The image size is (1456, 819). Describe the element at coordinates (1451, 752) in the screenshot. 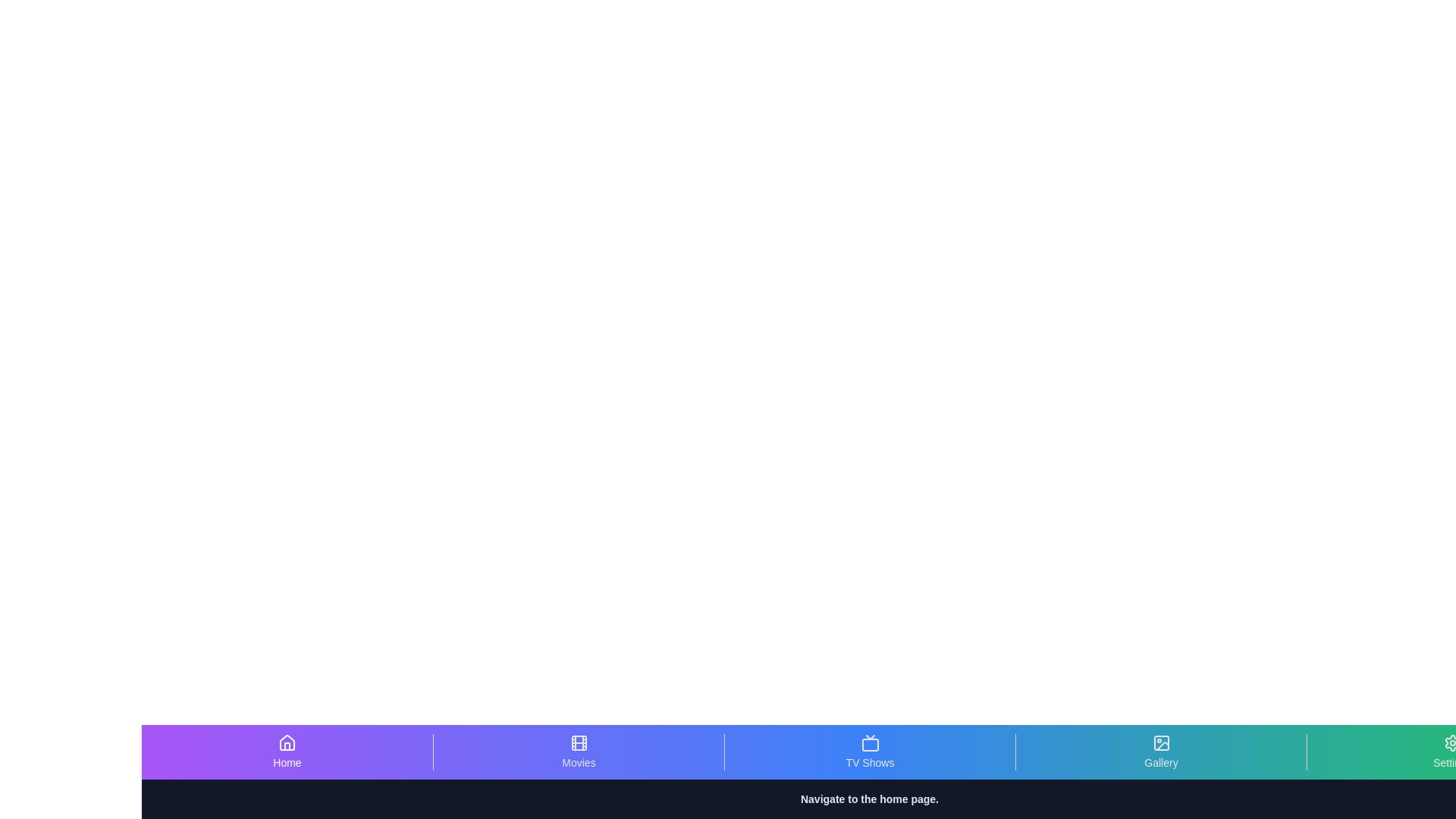

I see `the Settings tab to select it` at that location.